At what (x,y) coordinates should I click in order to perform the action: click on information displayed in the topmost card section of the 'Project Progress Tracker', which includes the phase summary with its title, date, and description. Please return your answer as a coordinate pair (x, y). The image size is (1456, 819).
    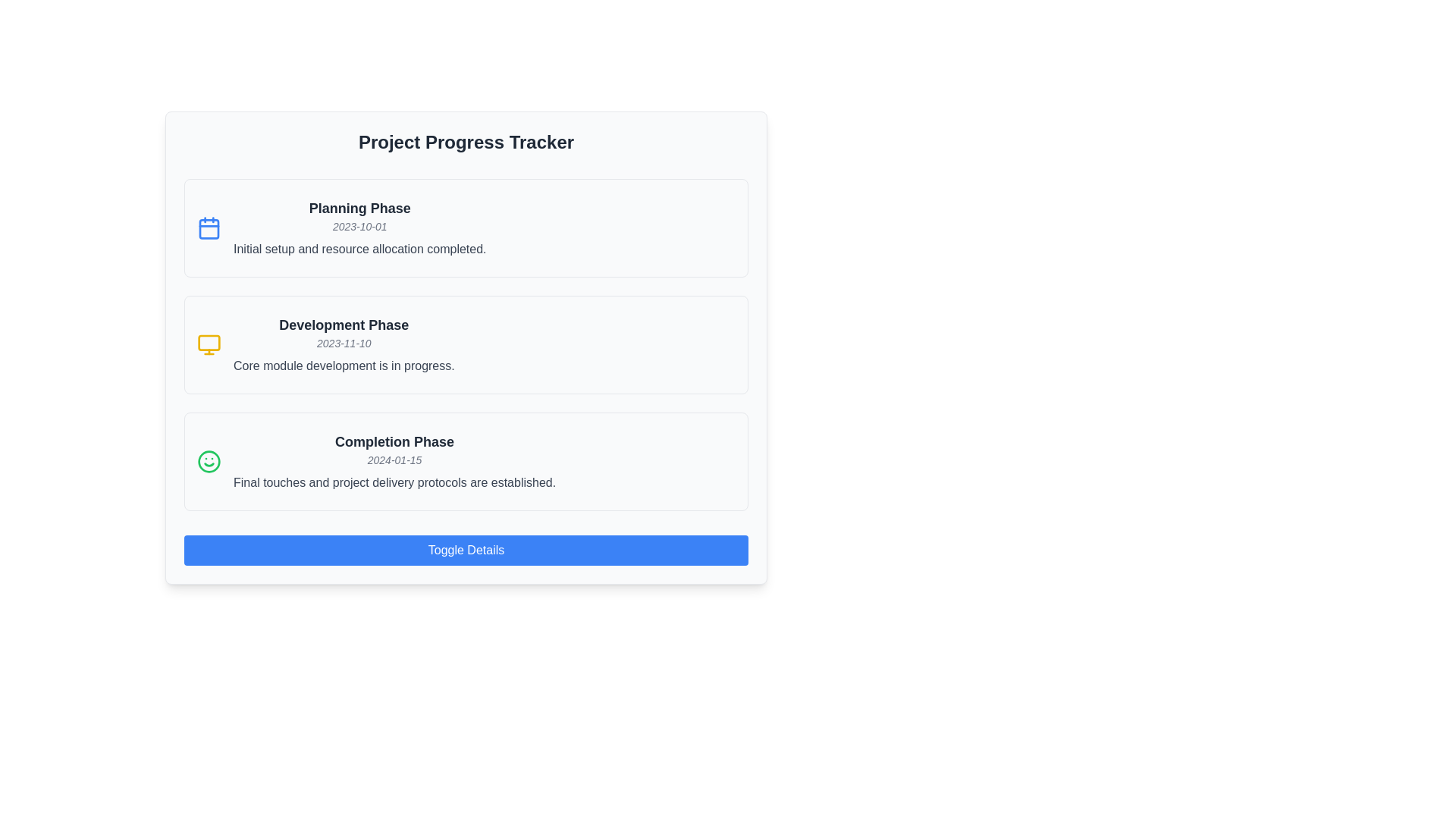
    Looking at the image, I should click on (359, 227).